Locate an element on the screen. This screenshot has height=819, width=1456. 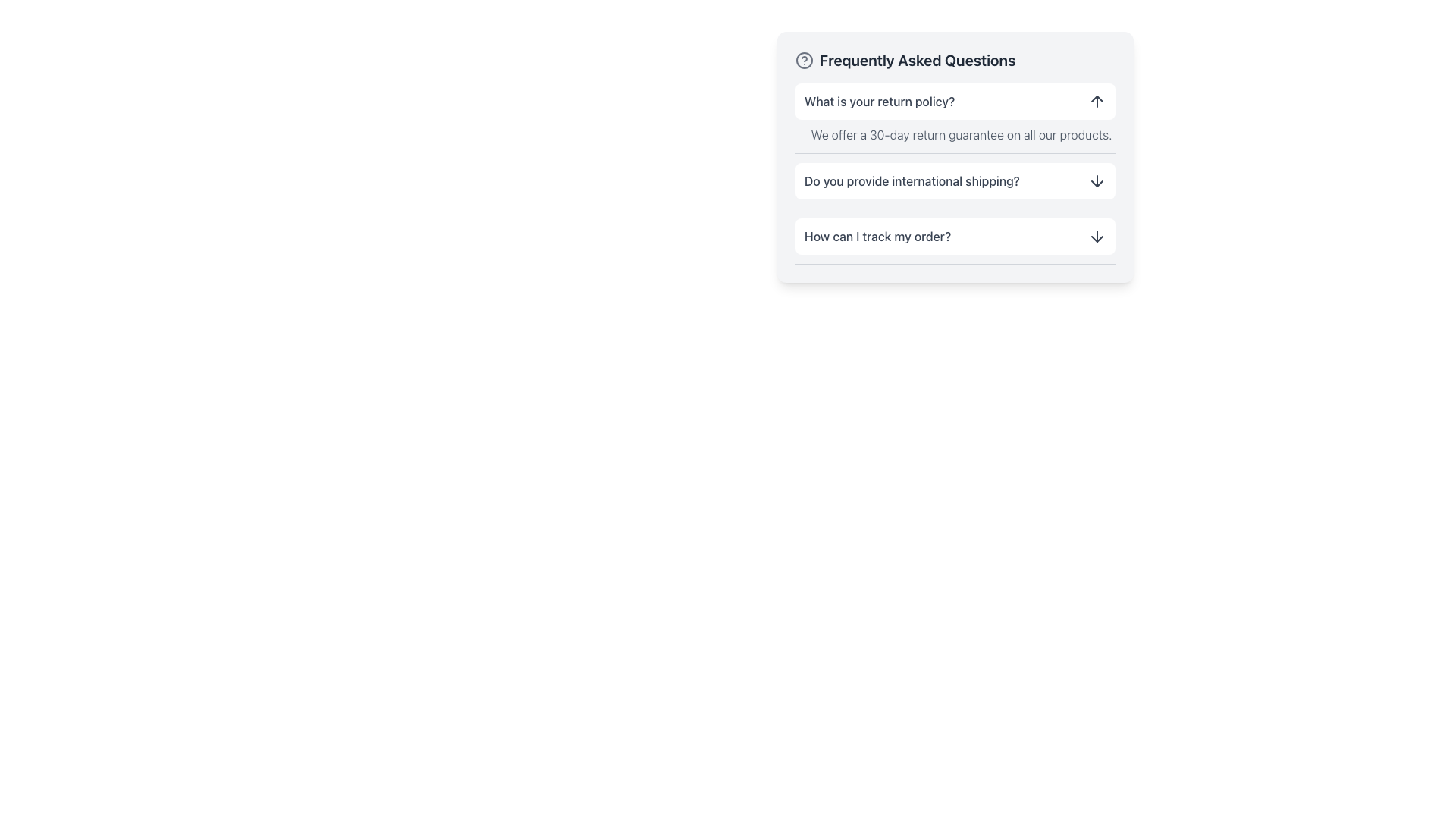
the interactive dropdown menu item for tracking orders in the FAQ section is located at coordinates (954, 237).